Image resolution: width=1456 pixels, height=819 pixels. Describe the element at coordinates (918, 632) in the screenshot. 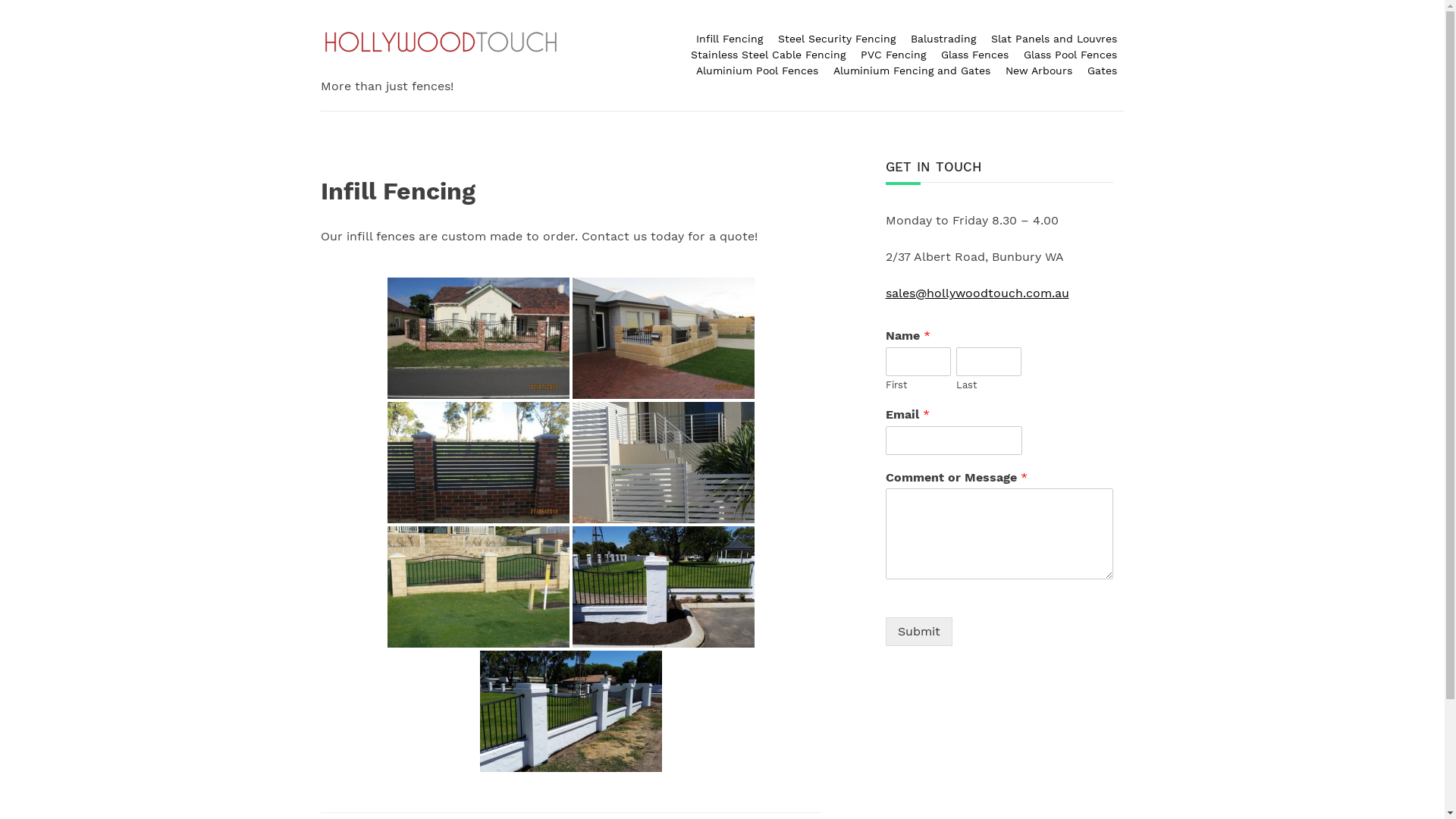

I see `'Submit'` at that location.